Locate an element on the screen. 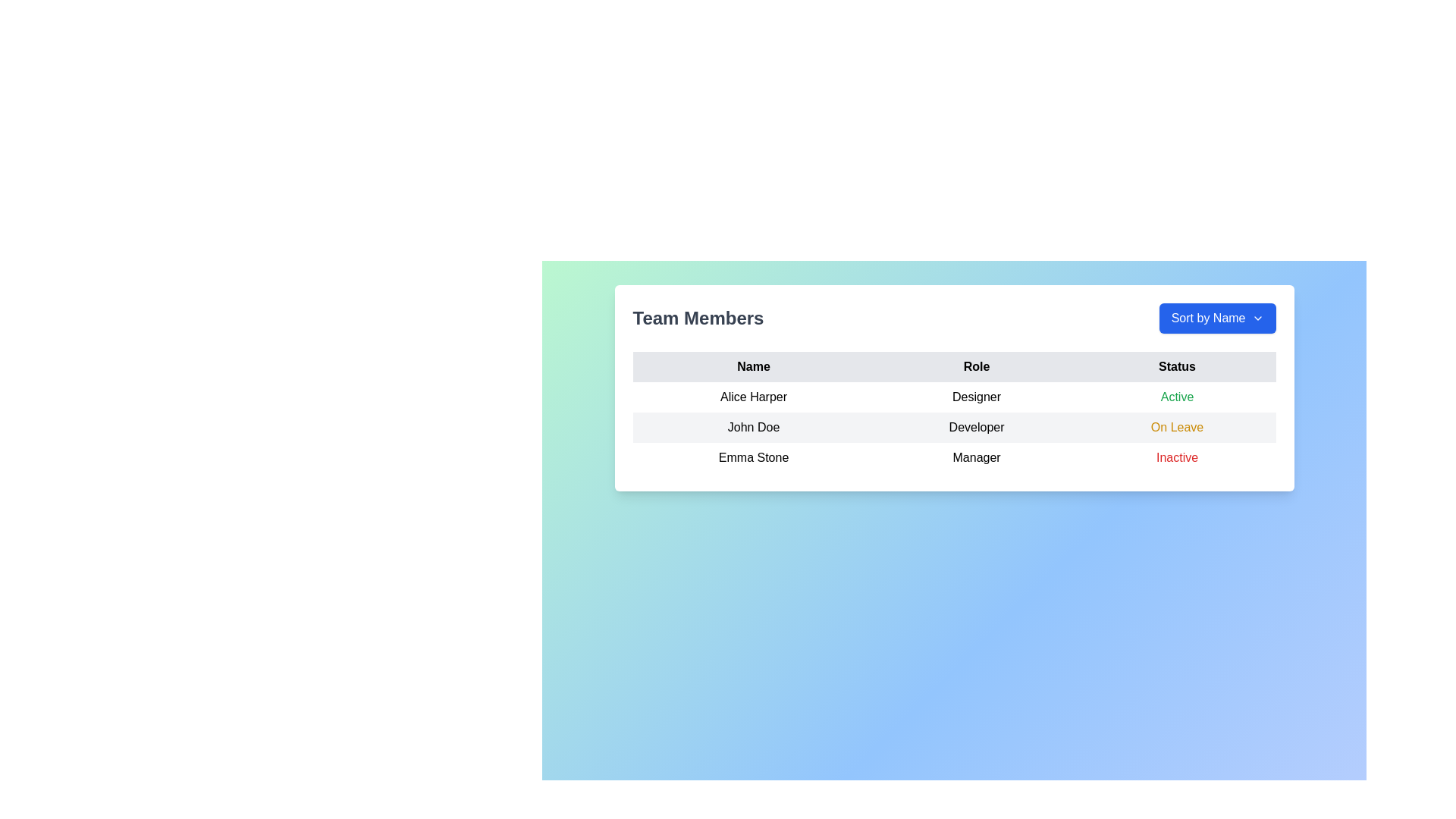  the header labeled 'Role' in the table, which is positioned between the 'Name' and 'Status' headers, with a light gray background and bold black text is located at coordinates (977, 366).